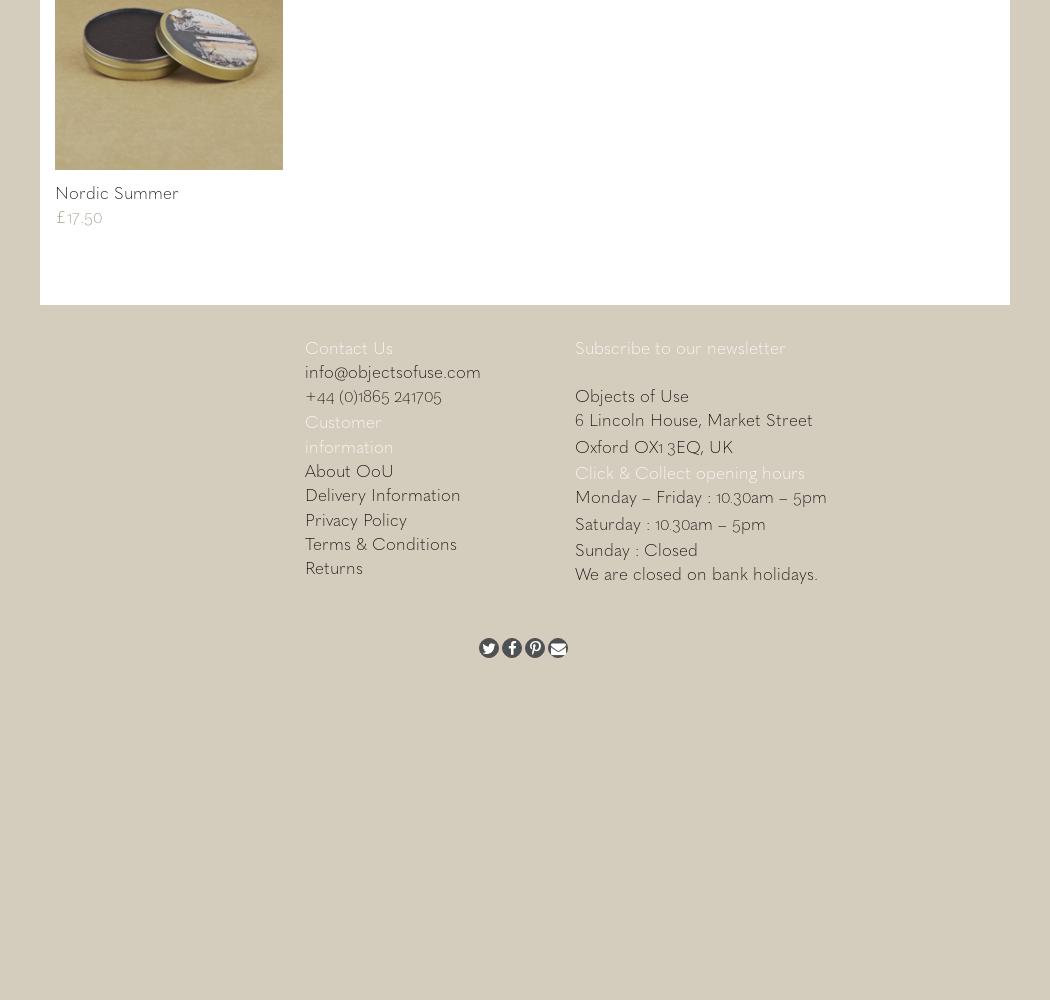 The image size is (1050, 1000). Describe the element at coordinates (354, 517) in the screenshot. I see `'Privacy Policy'` at that location.